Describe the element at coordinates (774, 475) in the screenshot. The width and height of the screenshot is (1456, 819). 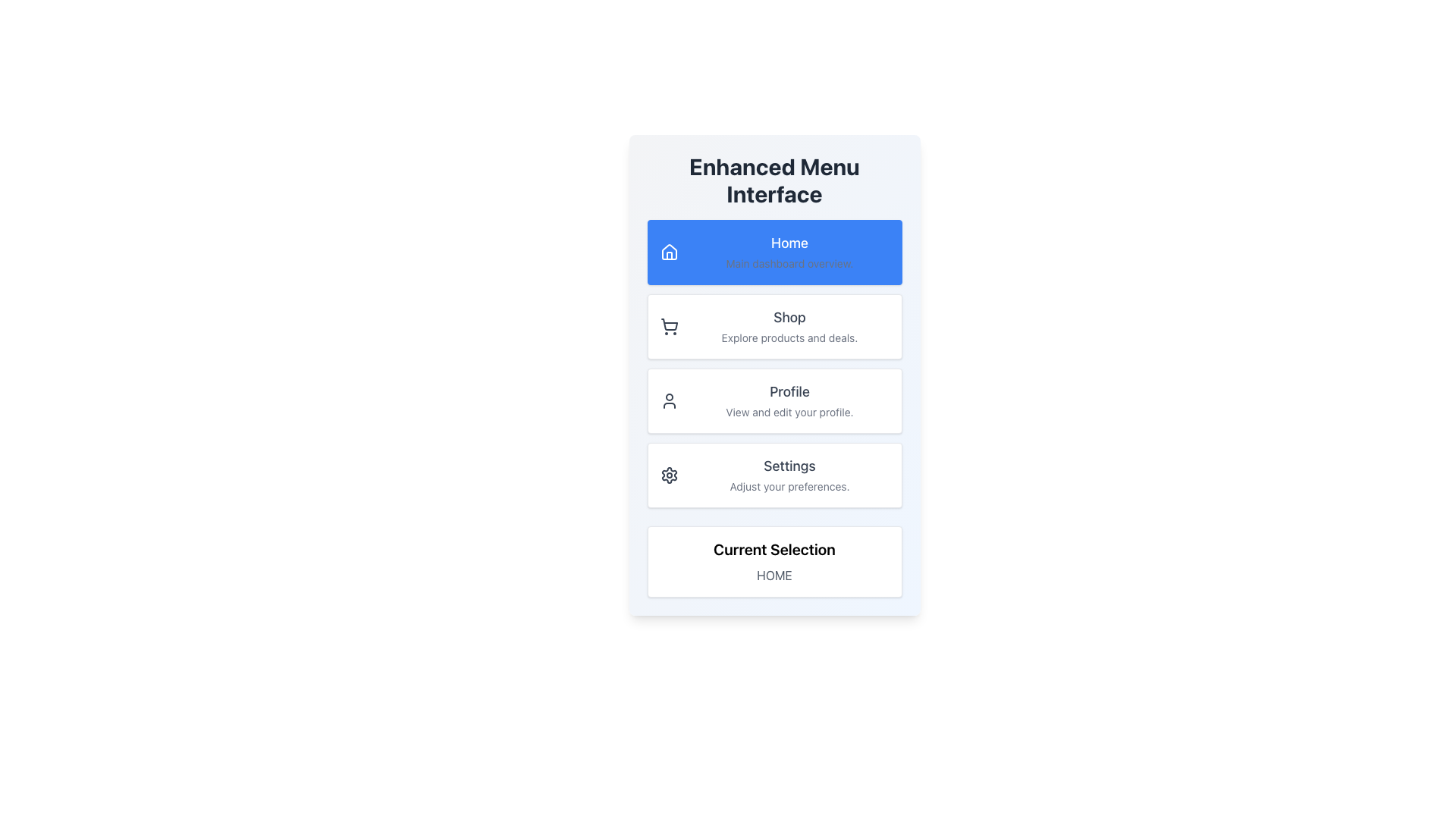
I see `the 'Settings' button, which displays the text 'Settings' and 'Adjust your preferences.' with a gear symbol on the left, positioned centrally in the menu` at that location.